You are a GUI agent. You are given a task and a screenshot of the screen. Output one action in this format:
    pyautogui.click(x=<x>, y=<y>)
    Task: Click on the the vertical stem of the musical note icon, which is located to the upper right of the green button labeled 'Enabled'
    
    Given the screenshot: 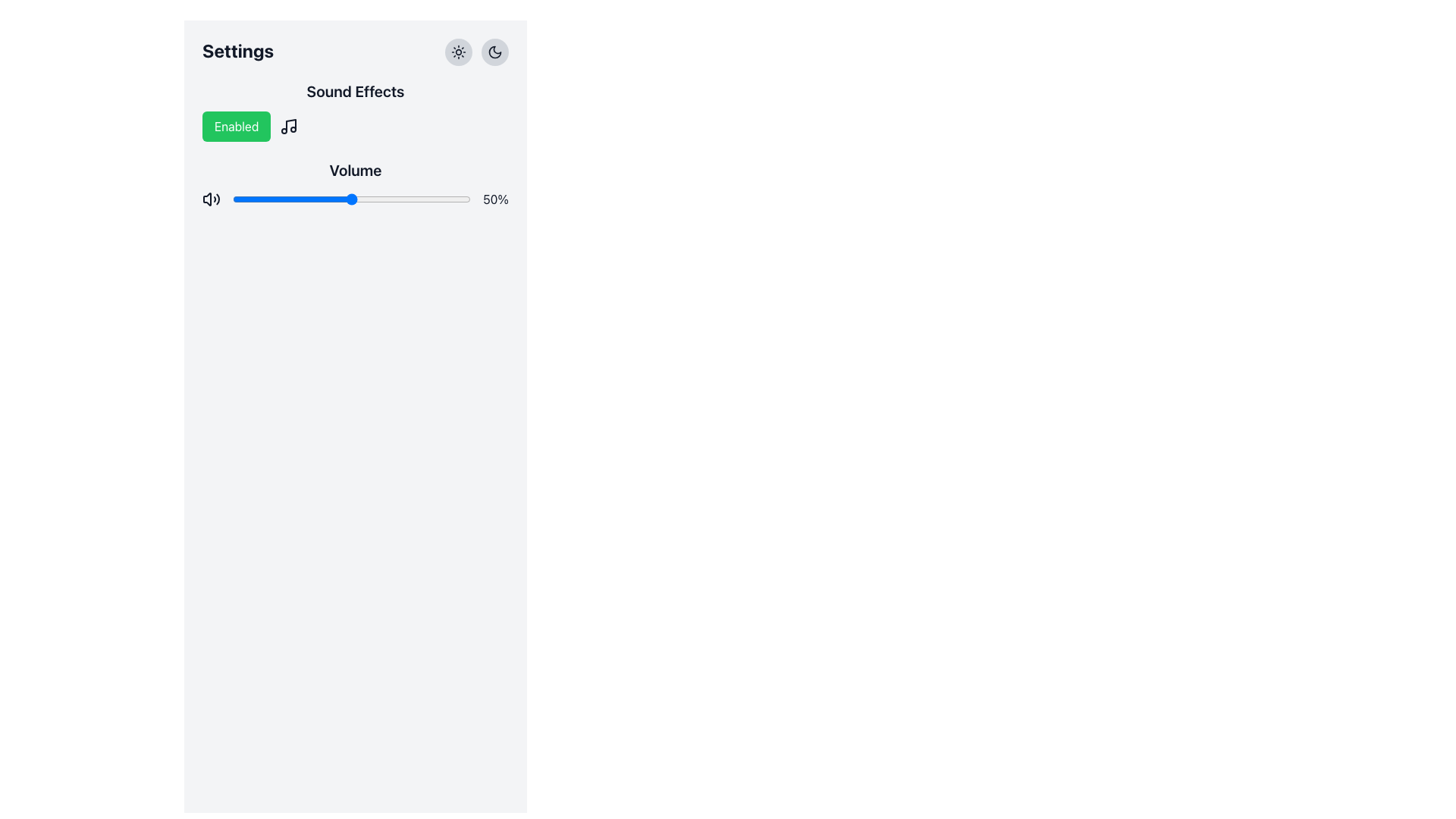 What is the action you would take?
    pyautogui.click(x=291, y=124)
    